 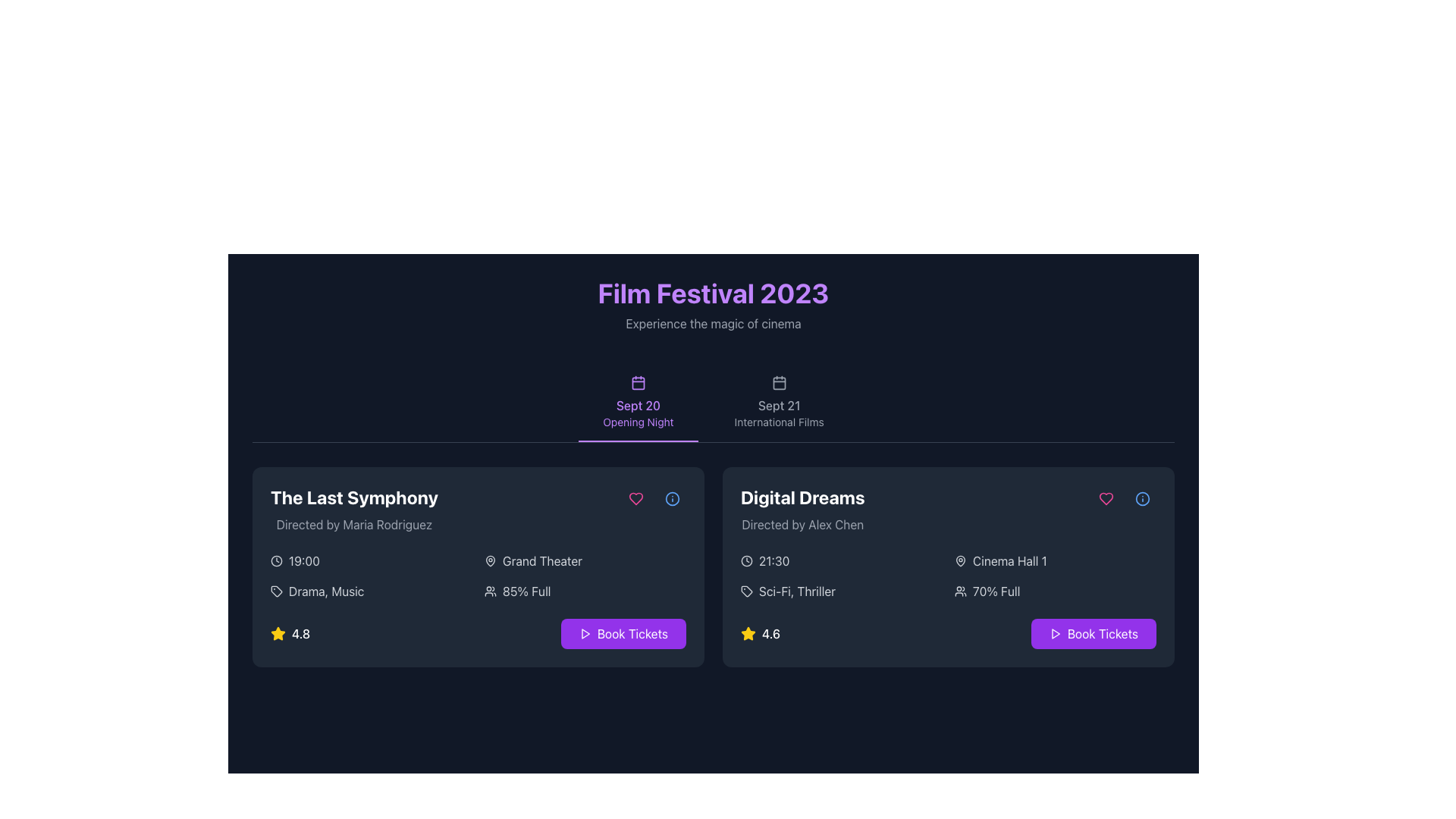 What do you see at coordinates (1103, 634) in the screenshot?
I see `text 'Book Tickets' located in the button with rounded corners and a purple background at the bottom-right corner of the 'Digital Dreams' movie card` at bounding box center [1103, 634].